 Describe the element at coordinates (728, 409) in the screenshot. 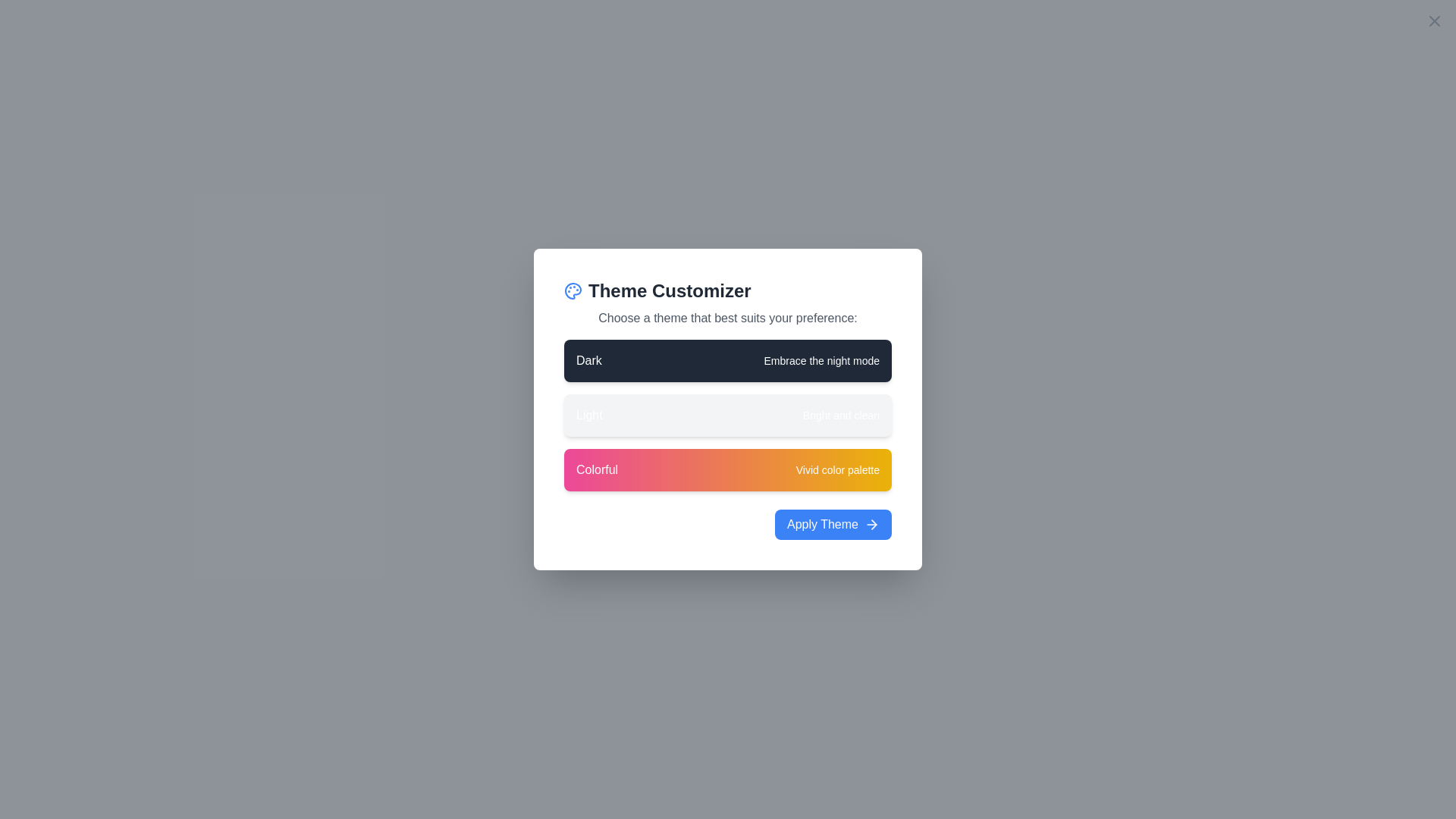

I see `one of the theme options within the 'Theme Customizer' section` at that location.